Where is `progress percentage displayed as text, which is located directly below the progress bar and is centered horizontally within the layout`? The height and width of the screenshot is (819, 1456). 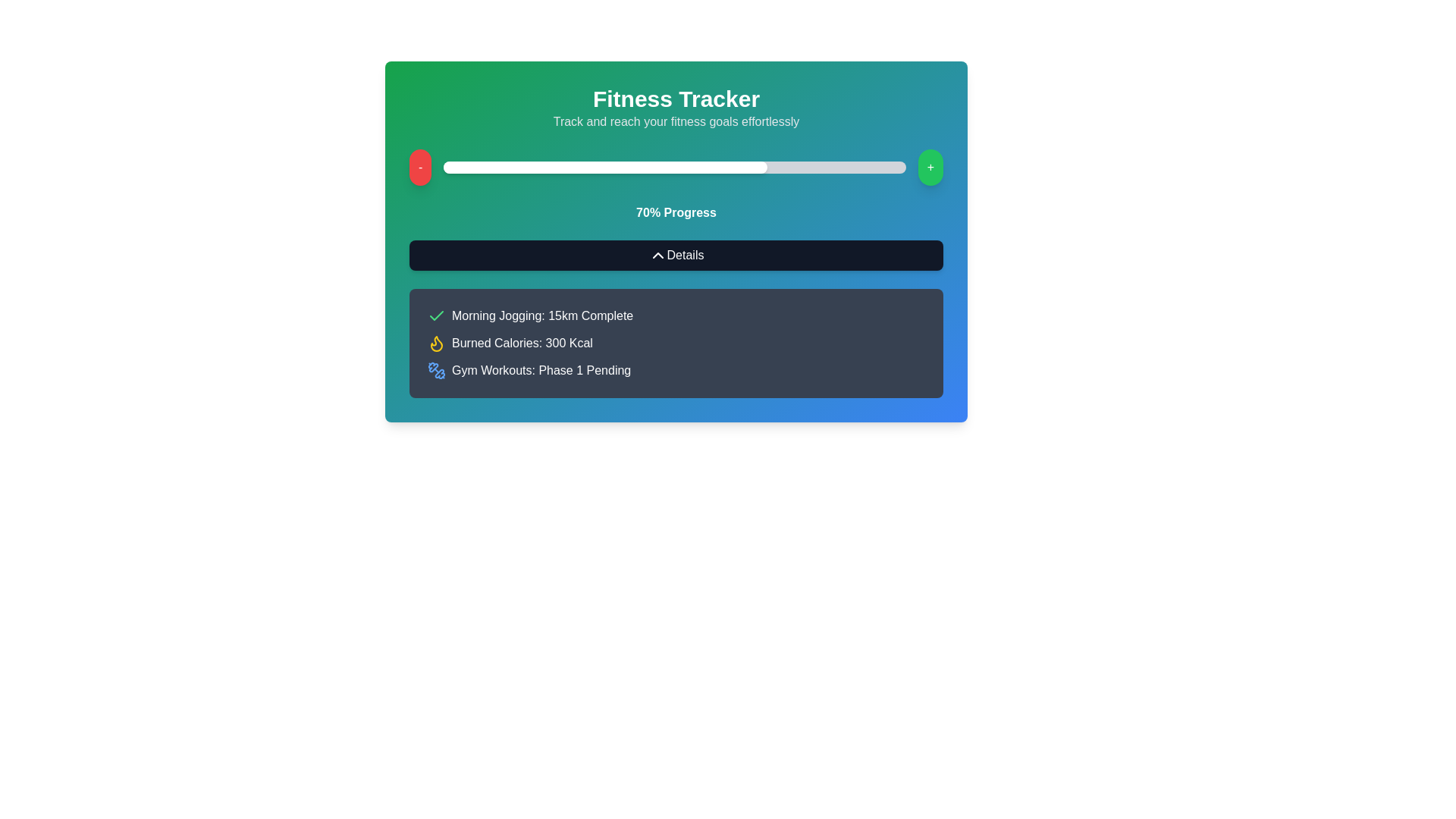 progress percentage displayed as text, which is located directly below the progress bar and is centered horizontally within the layout is located at coordinates (676, 213).